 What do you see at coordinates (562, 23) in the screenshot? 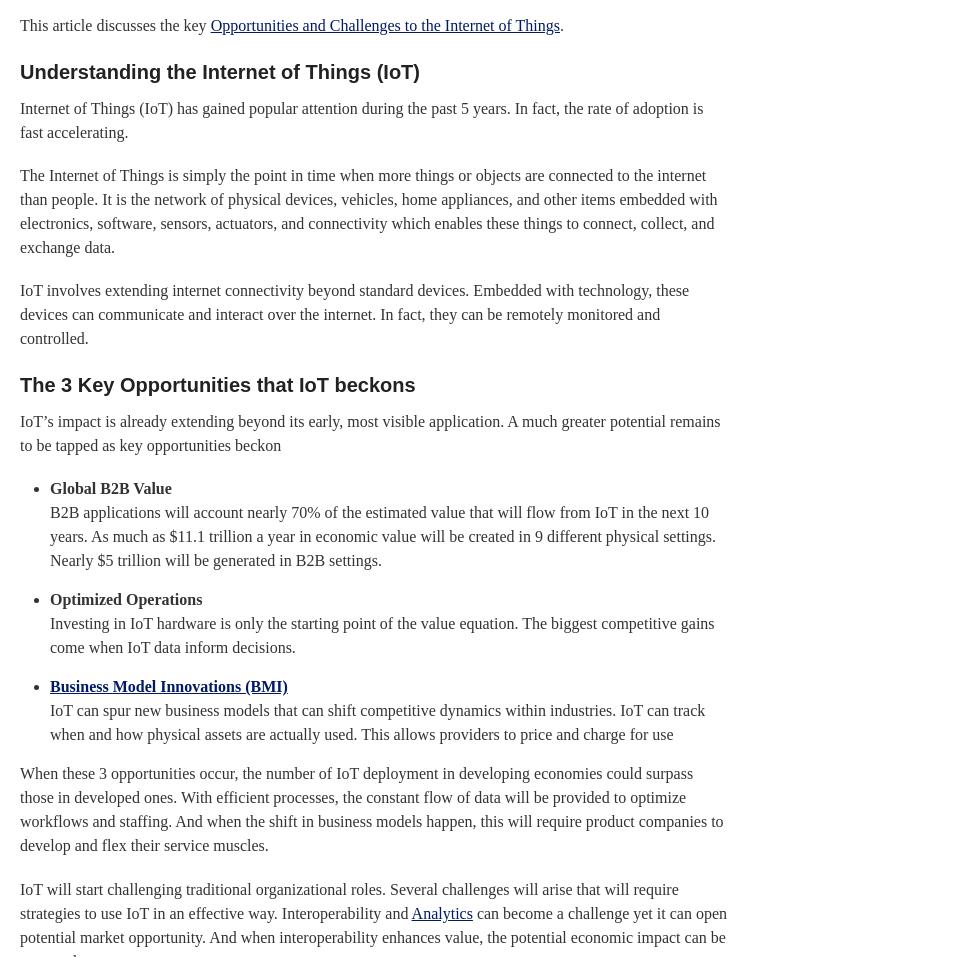
I see `'.'` at bounding box center [562, 23].